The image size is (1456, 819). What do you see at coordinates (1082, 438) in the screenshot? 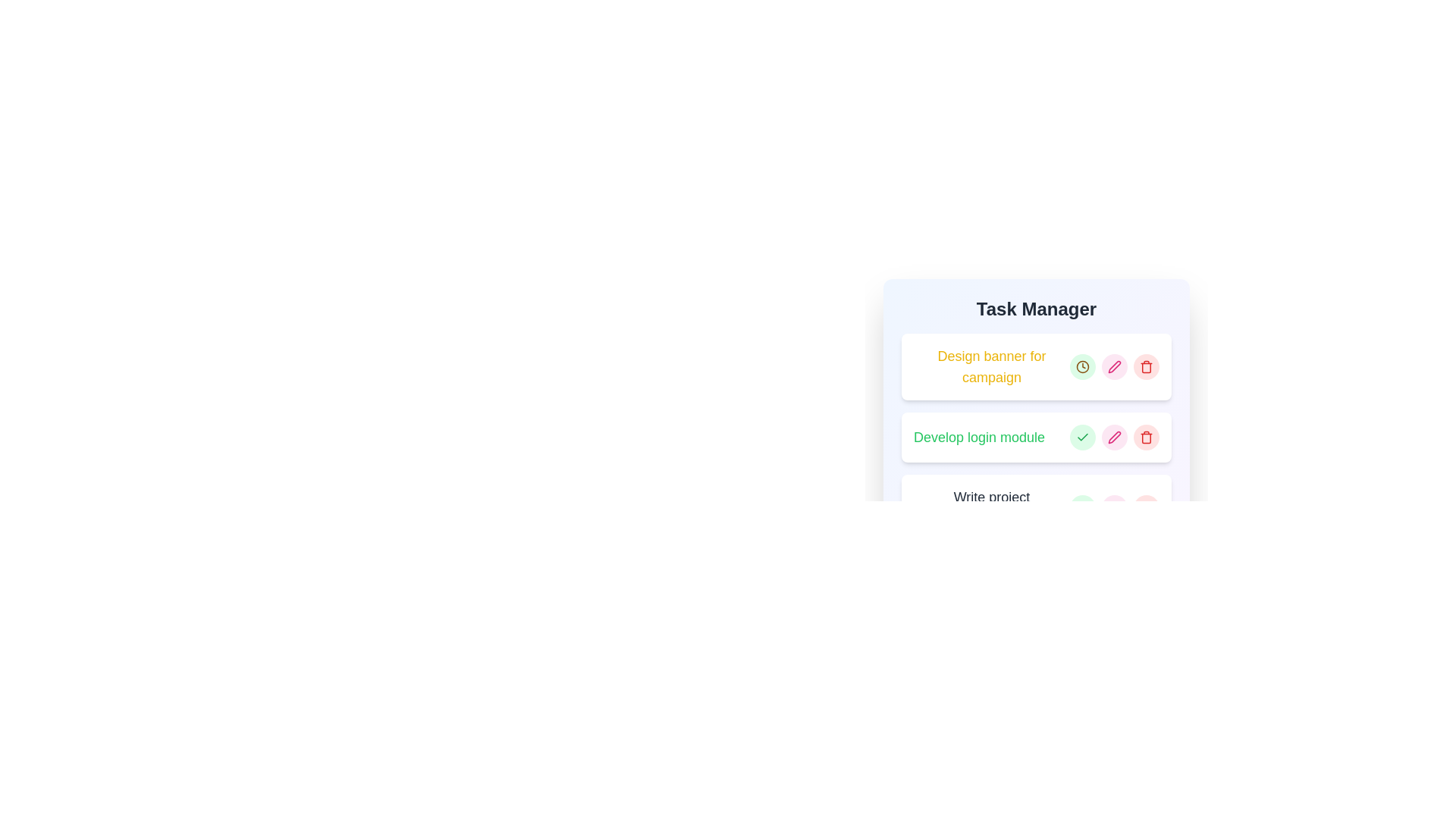
I see `the circular task status indicator icon associated with the 'Develop login module' task to visualize its completion status` at bounding box center [1082, 438].